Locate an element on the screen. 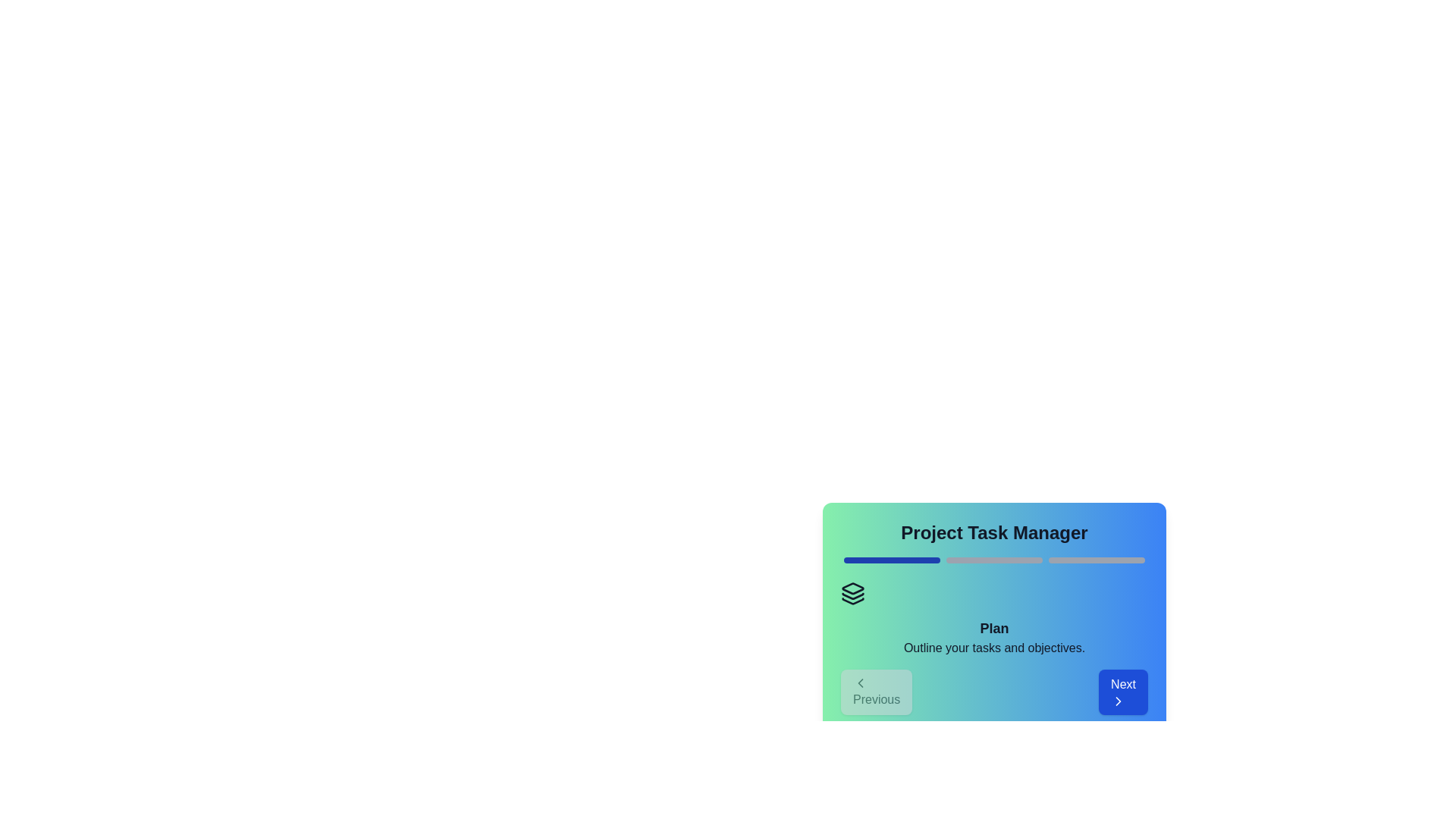 This screenshot has width=1456, height=819. the current step's icon to provide feedback is located at coordinates (852, 593).